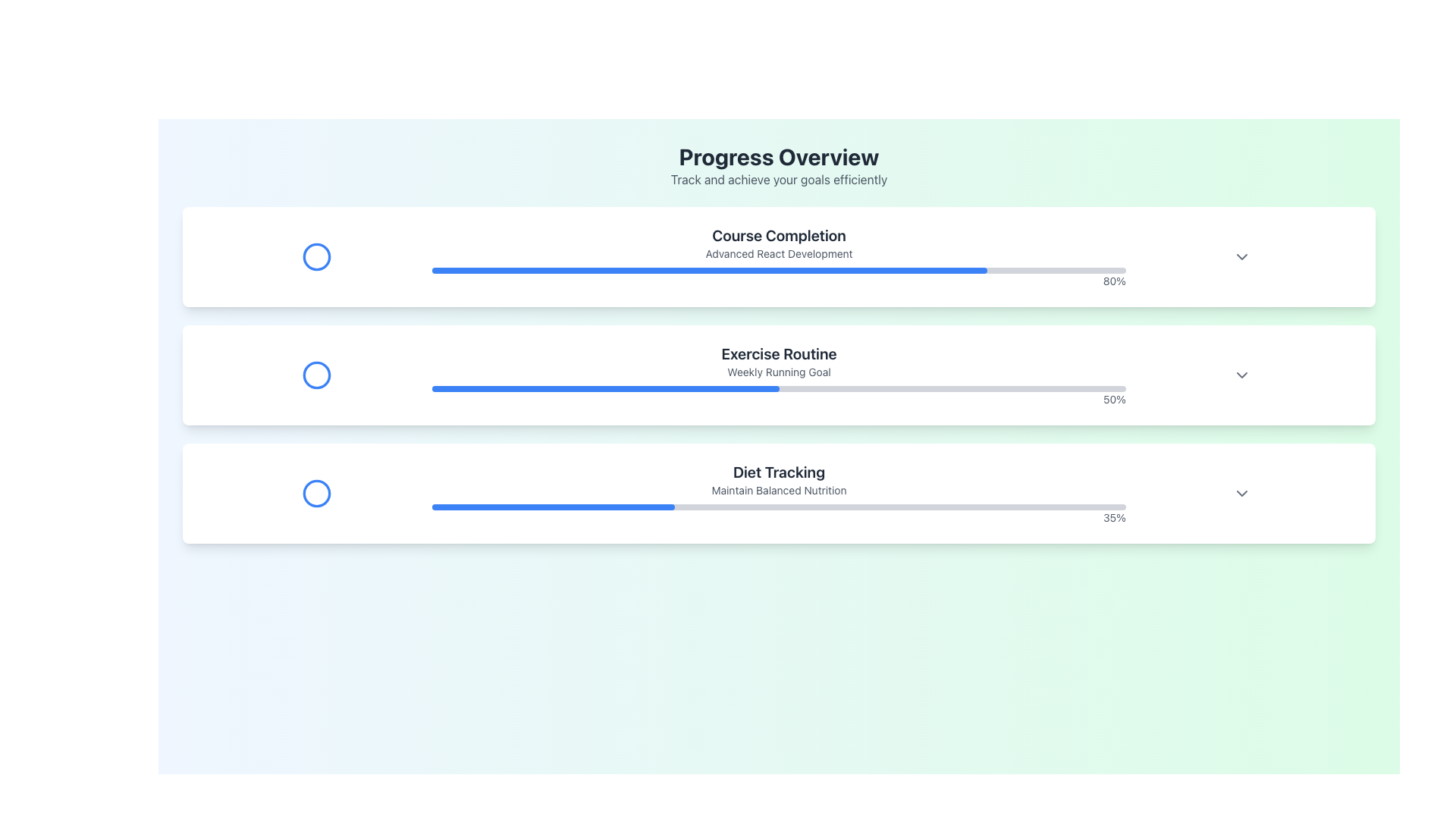  What do you see at coordinates (779, 472) in the screenshot?
I see `the 'Diet Tracking' text label, which is styled with a bold, large font and is located in the third row of a three-column grid` at bounding box center [779, 472].